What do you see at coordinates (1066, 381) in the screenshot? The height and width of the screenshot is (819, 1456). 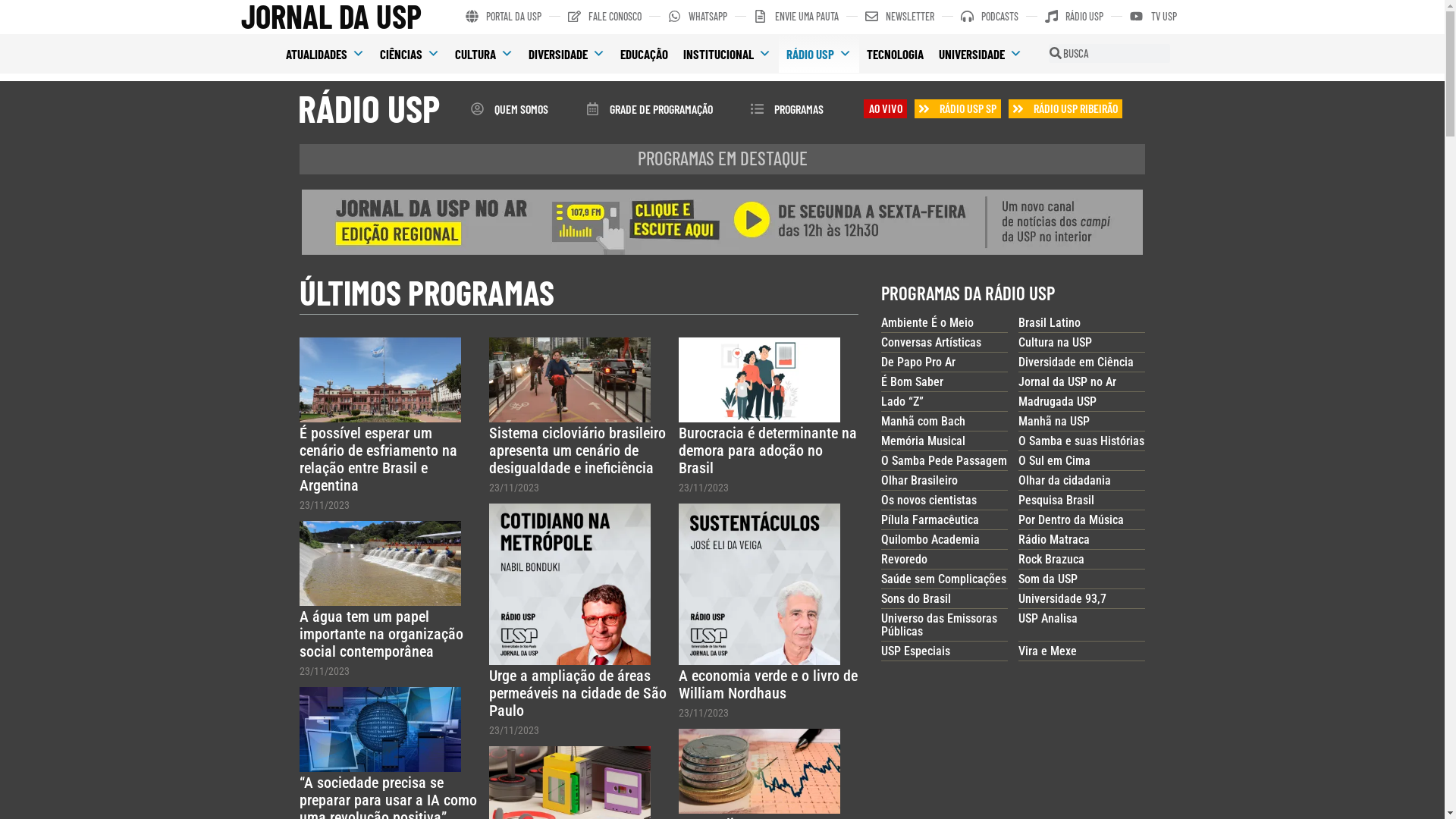 I see `'Jornal da USP no Ar'` at bounding box center [1066, 381].